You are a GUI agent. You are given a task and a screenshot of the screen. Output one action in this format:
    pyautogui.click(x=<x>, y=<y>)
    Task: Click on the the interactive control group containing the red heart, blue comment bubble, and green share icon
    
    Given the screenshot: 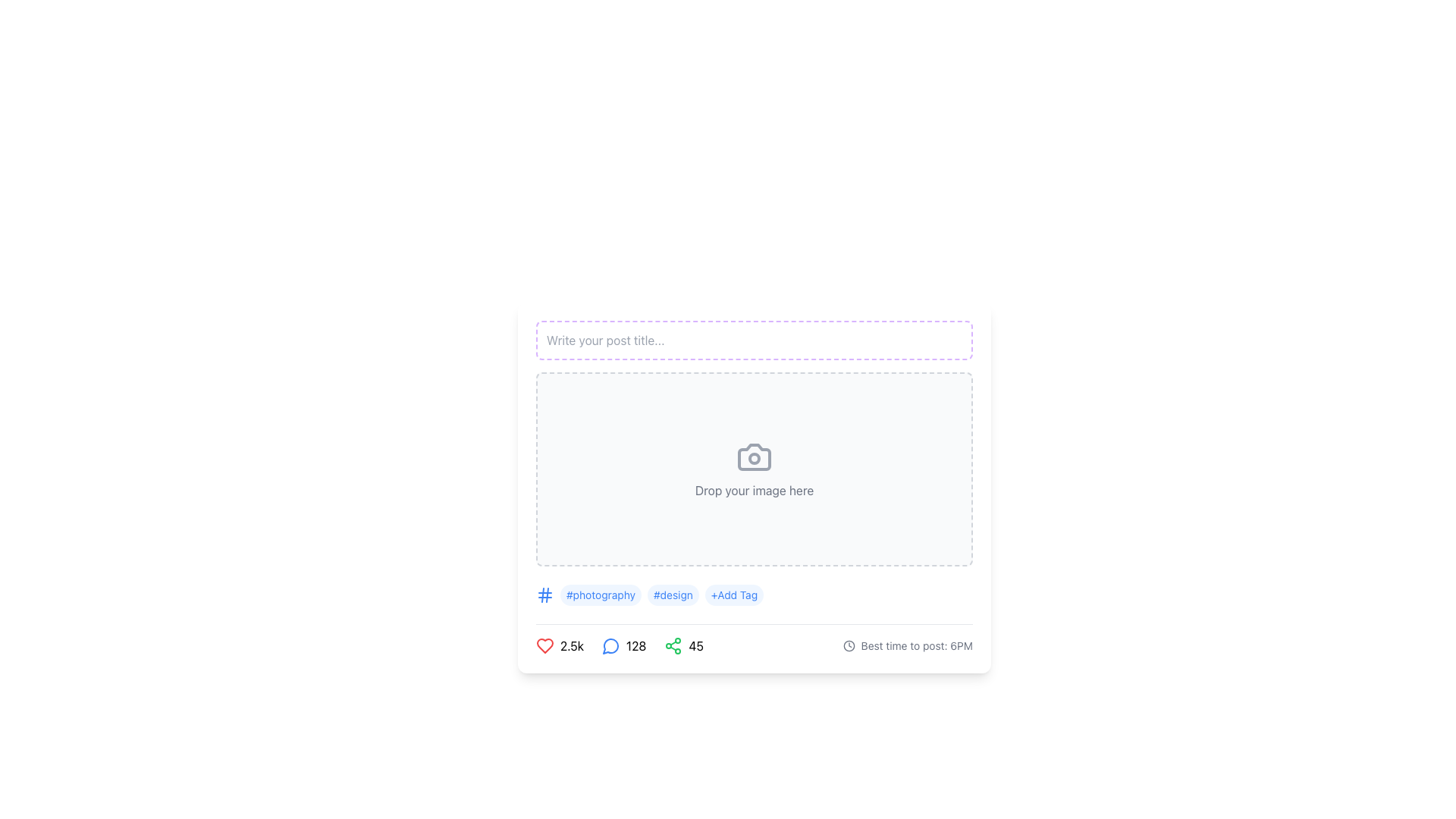 What is the action you would take?
    pyautogui.click(x=620, y=646)
    